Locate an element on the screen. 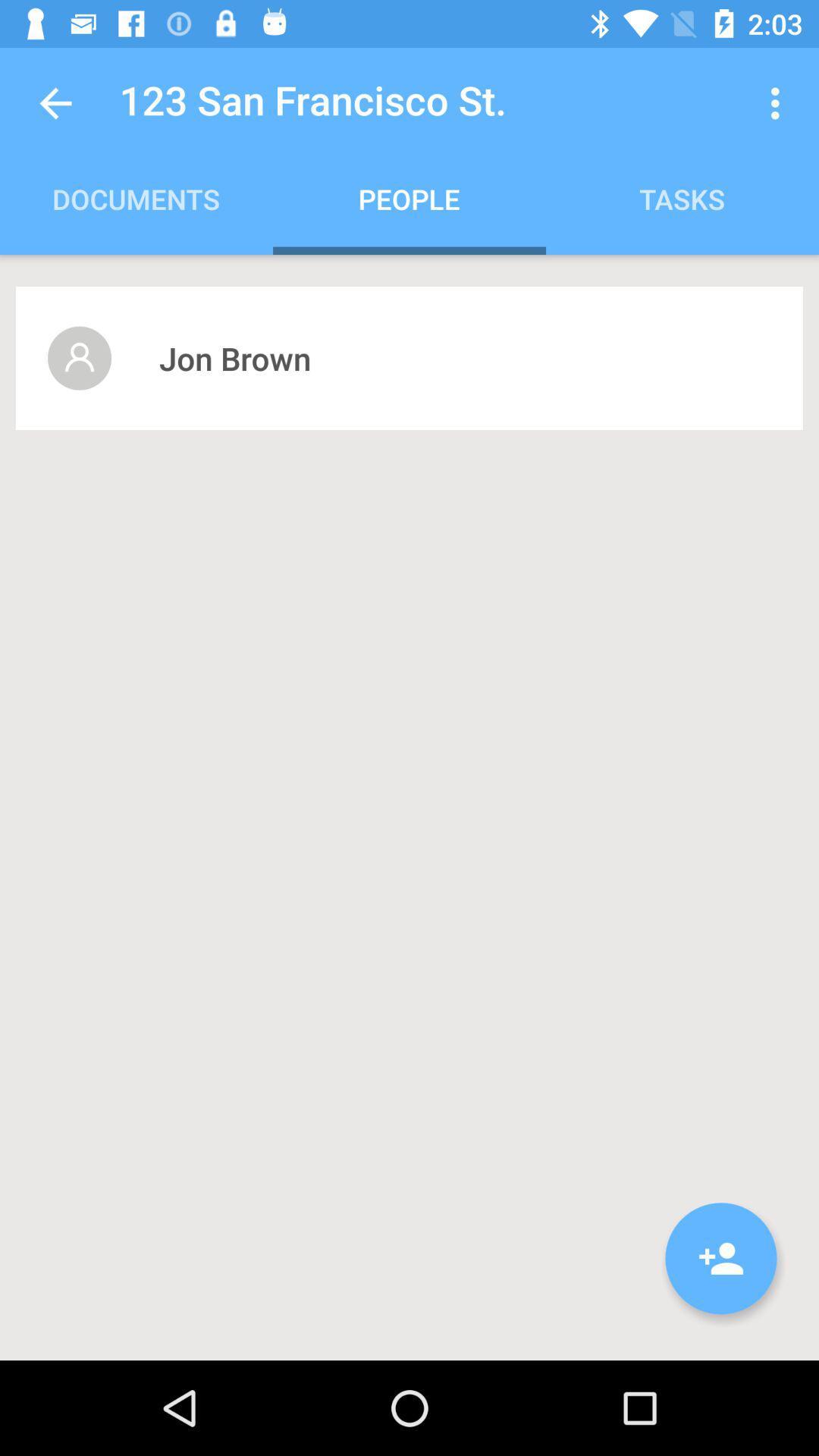 The width and height of the screenshot is (819, 1456). icon above jon brown item is located at coordinates (779, 102).